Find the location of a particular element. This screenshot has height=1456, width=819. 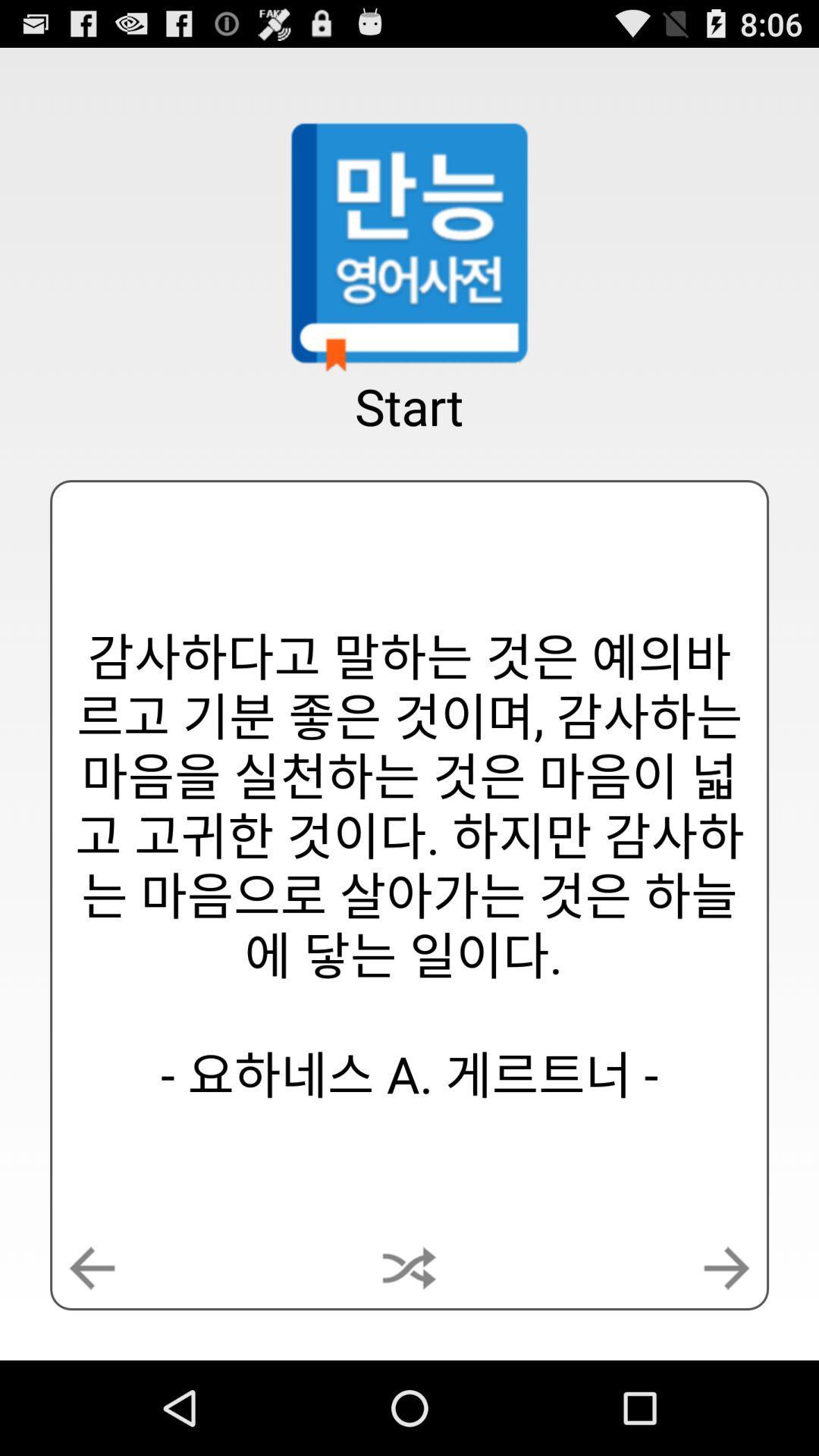

the button at the bottom right corner is located at coordinates (726, 1268).